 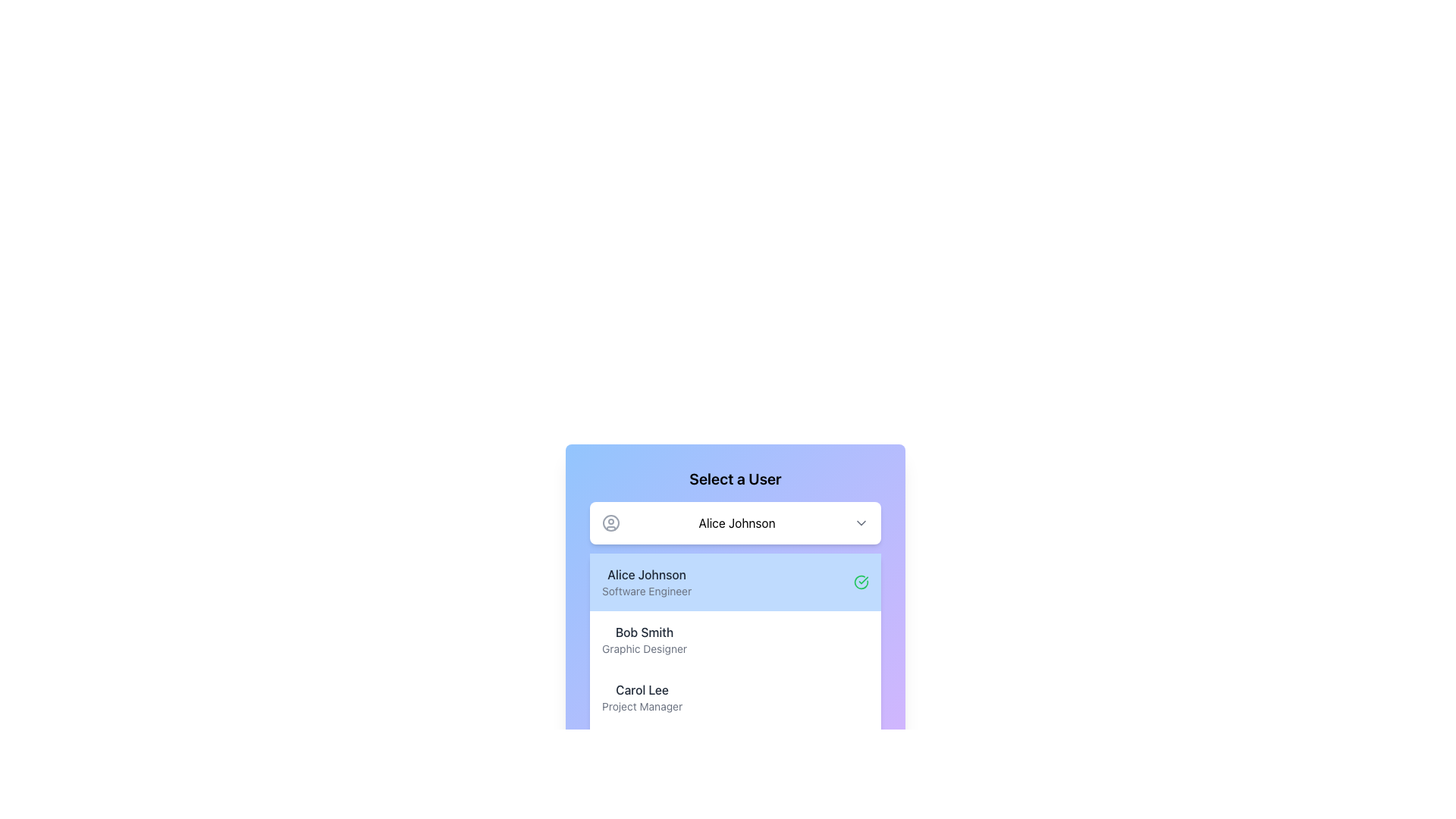 What do you see at coordinates (611, 522) in the screenshot?
I see `the gray circular icon representing a user avatar, located on the left side of 'Alice Johnson' in the user selection dropdown` at bounding box center [611, 522].